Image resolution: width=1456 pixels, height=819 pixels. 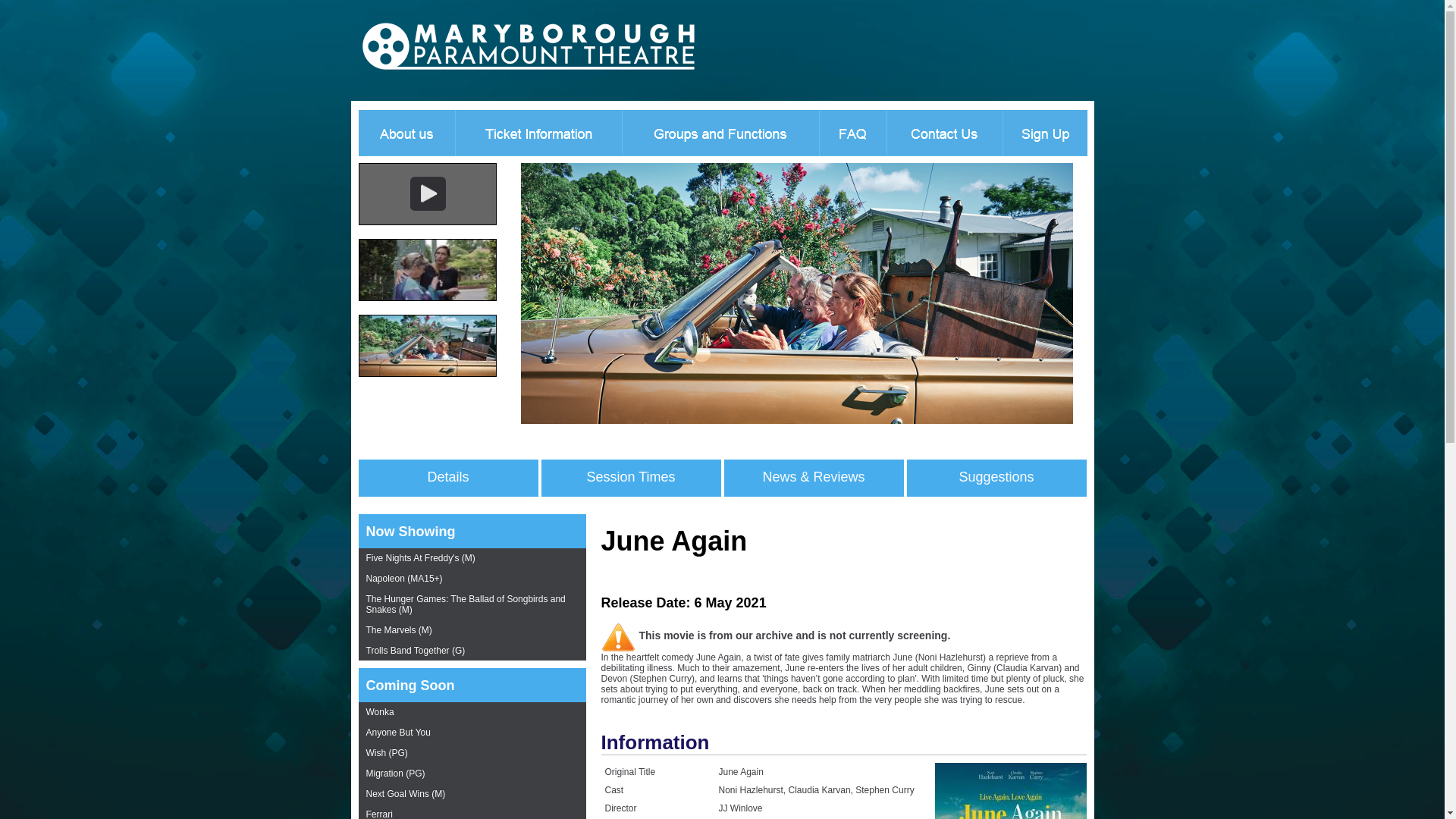 What do you see at coordinates (943, 130) in the screenshot?
I see `'Contact Us'` at bounding box center [943, 130].